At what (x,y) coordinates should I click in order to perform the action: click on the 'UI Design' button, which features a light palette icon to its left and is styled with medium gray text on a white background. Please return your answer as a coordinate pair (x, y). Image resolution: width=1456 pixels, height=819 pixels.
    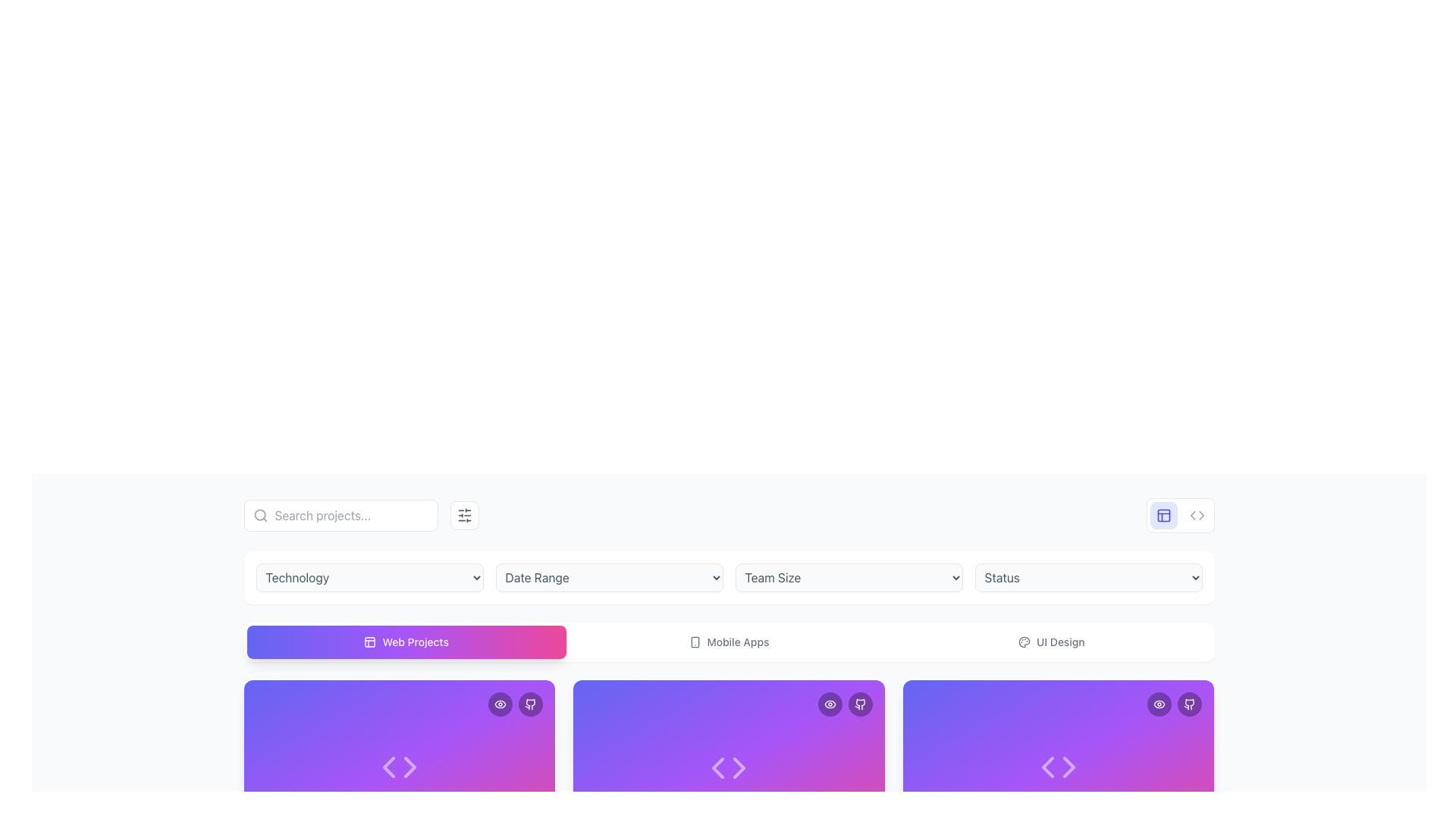
    Looking at the image, I should click on (1050, 642).